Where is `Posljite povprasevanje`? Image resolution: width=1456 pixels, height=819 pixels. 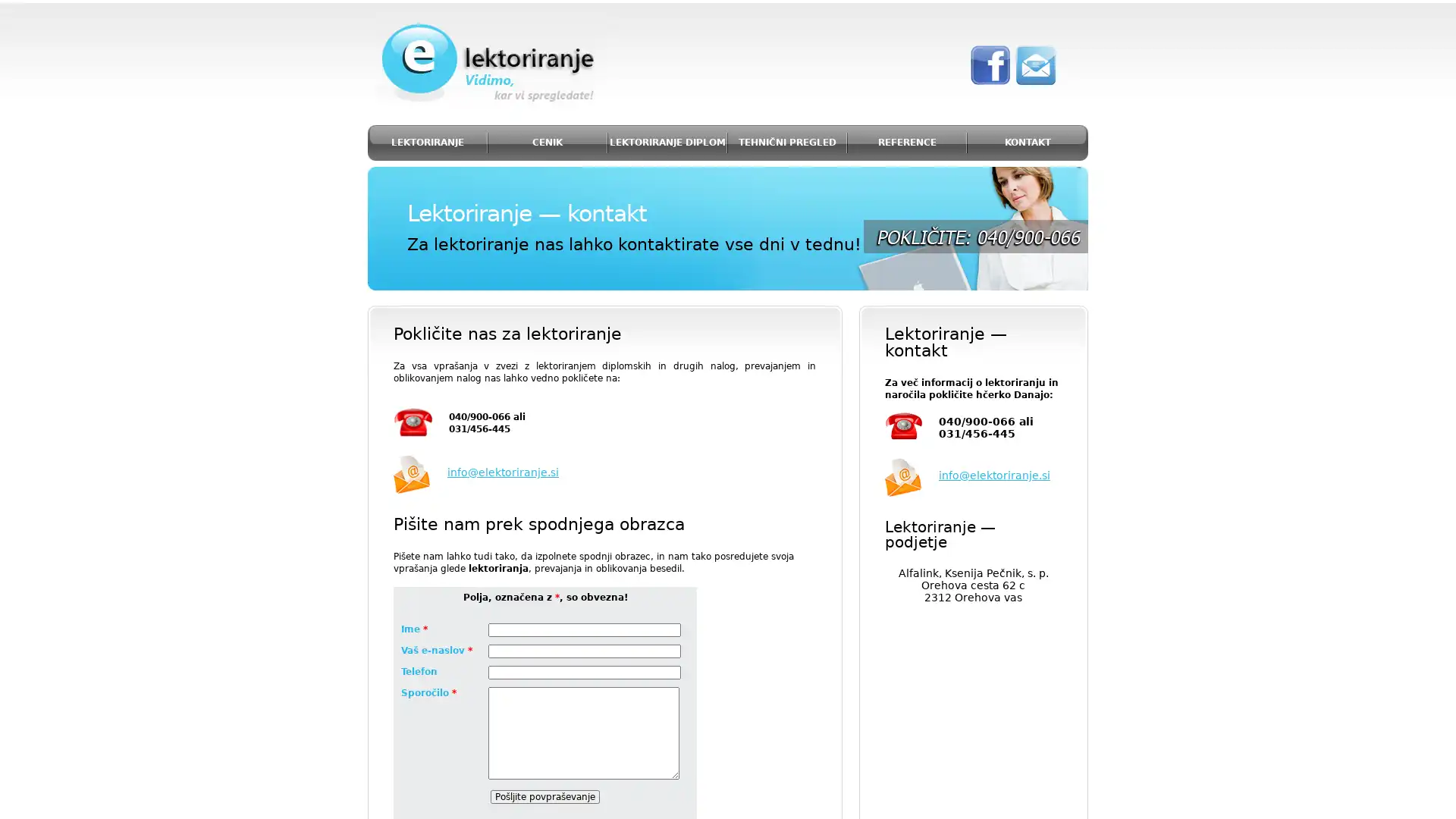 Posljite povprasevanje is located at coordinates (545, 795).